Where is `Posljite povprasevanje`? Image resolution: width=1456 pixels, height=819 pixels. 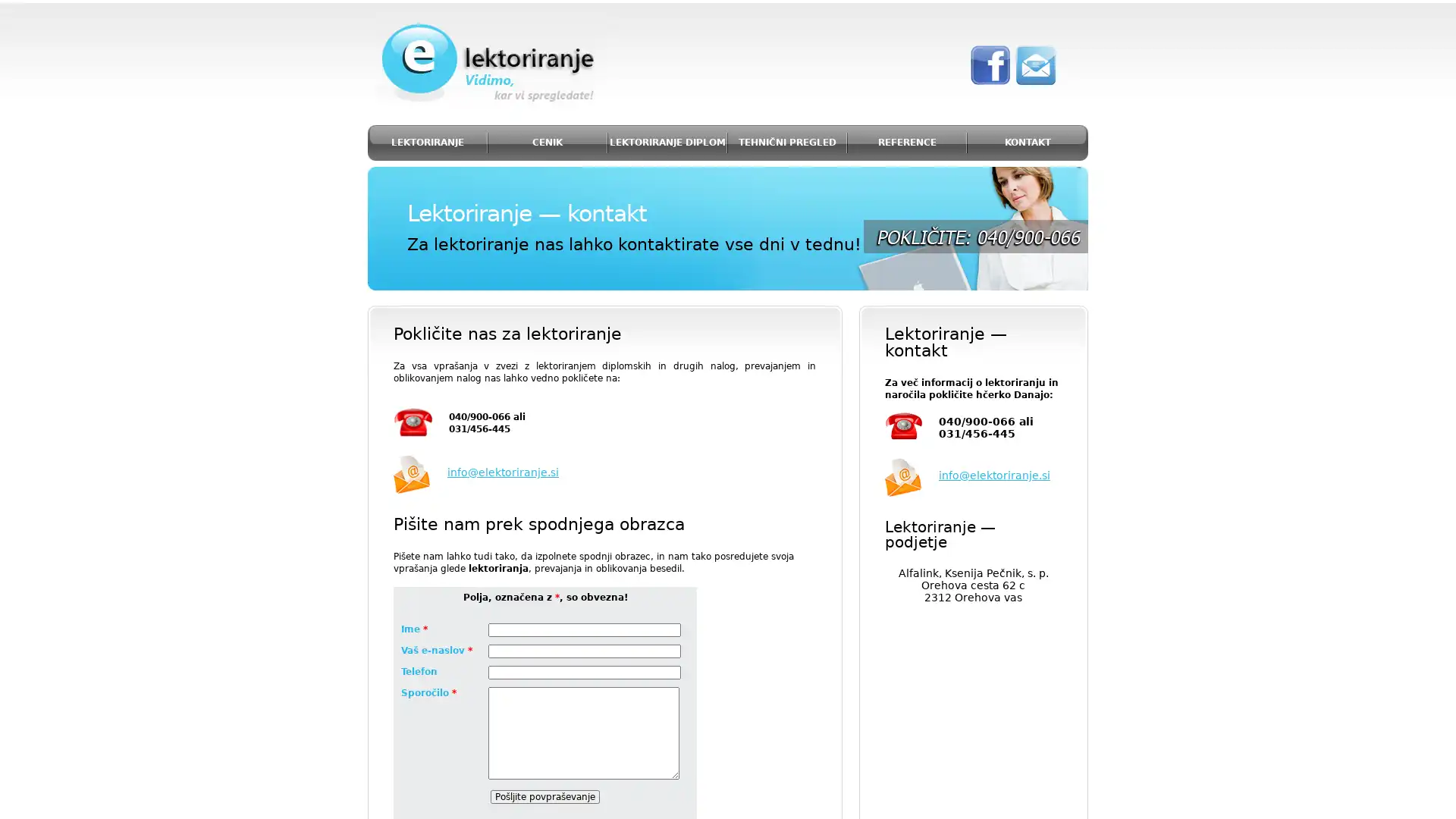 Posljite povprasevanje is located at coordinates (545, 795).